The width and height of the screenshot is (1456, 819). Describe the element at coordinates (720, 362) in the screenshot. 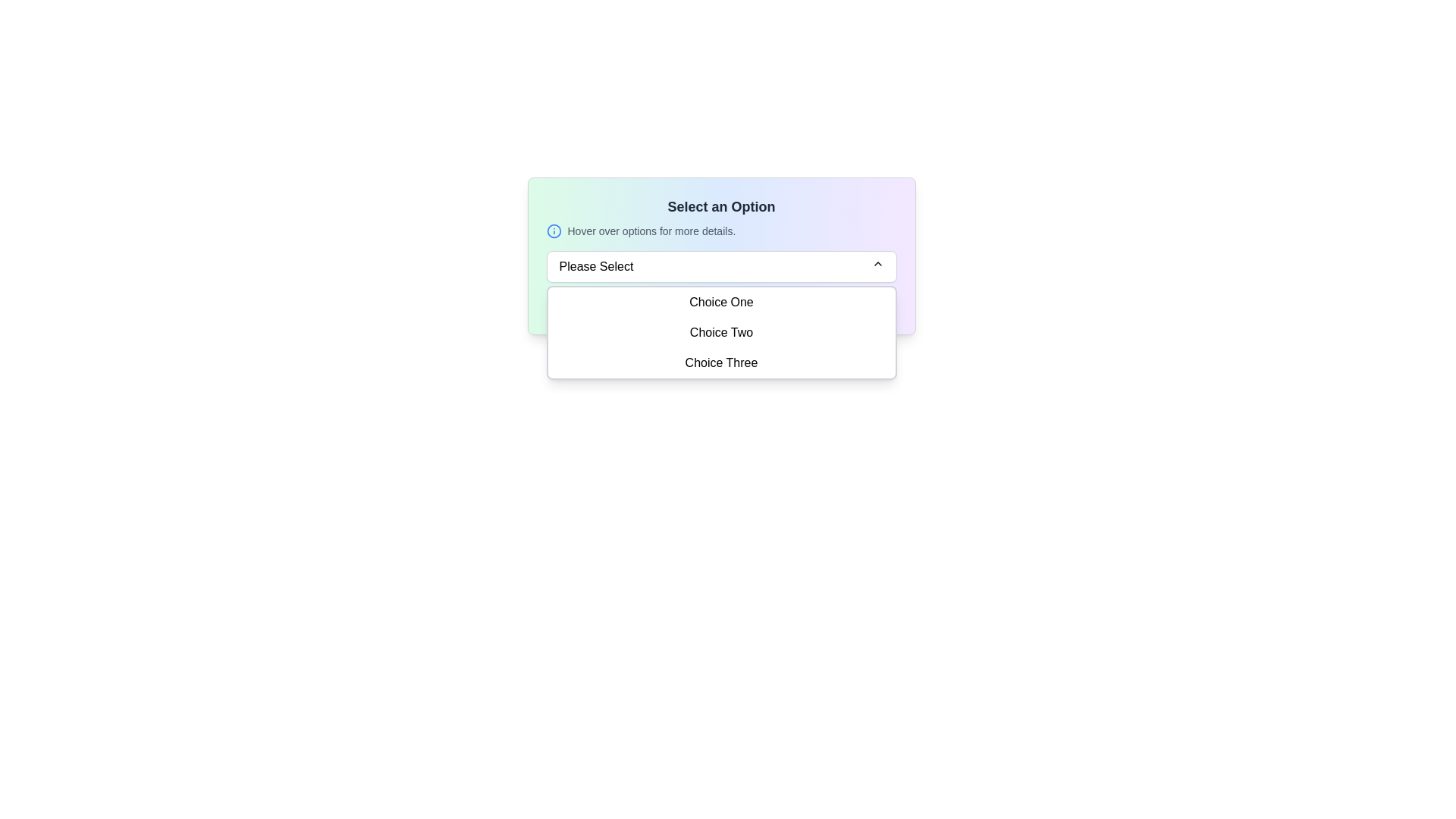

I see `the third option in the dropdown menu, labeled 'Choice Three'` at that location.